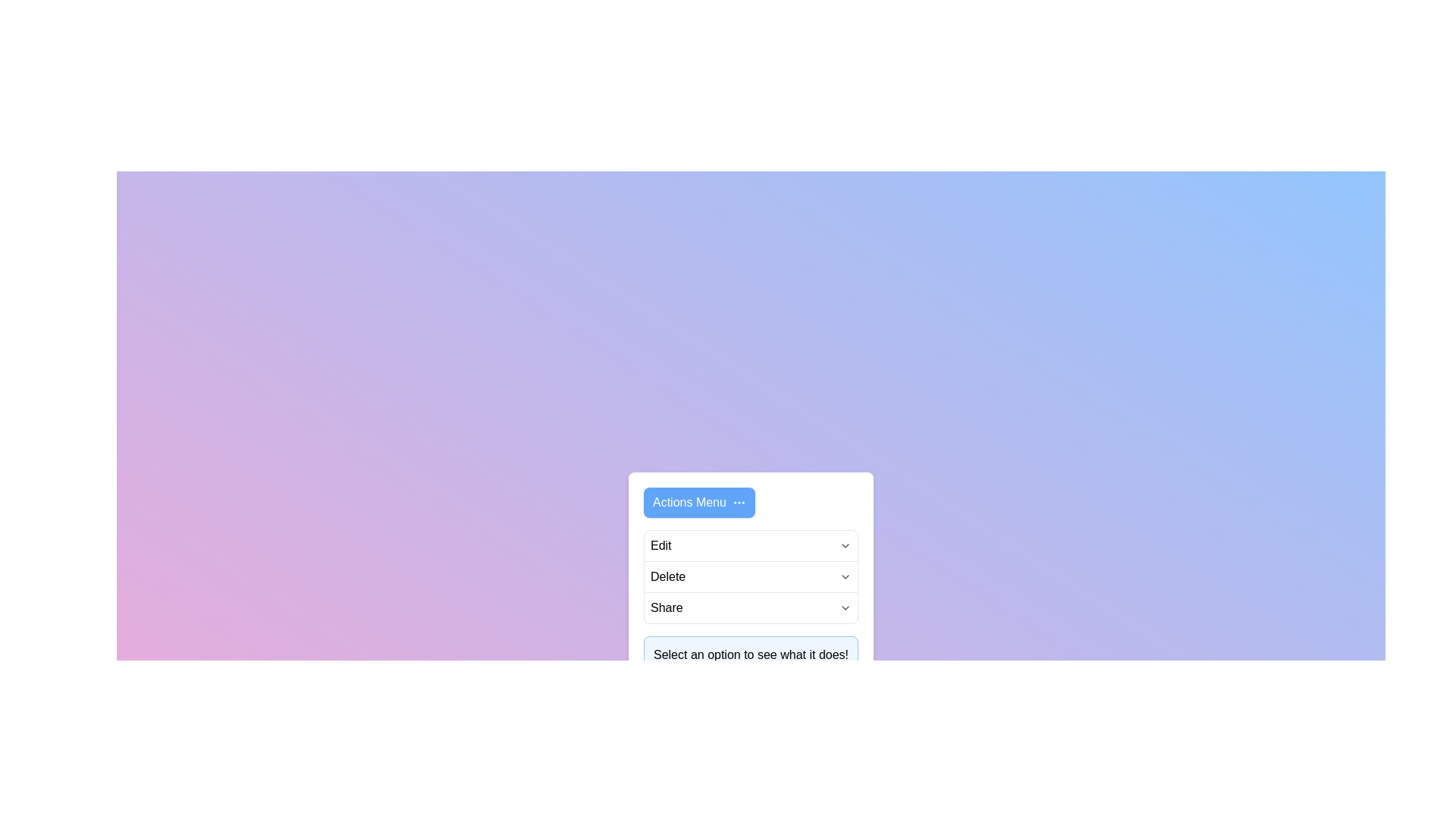 The image size is (1456, 819). I want to click on the chevron icon corresponding to the Edit to toggle its dropdown, so click(844, 546).